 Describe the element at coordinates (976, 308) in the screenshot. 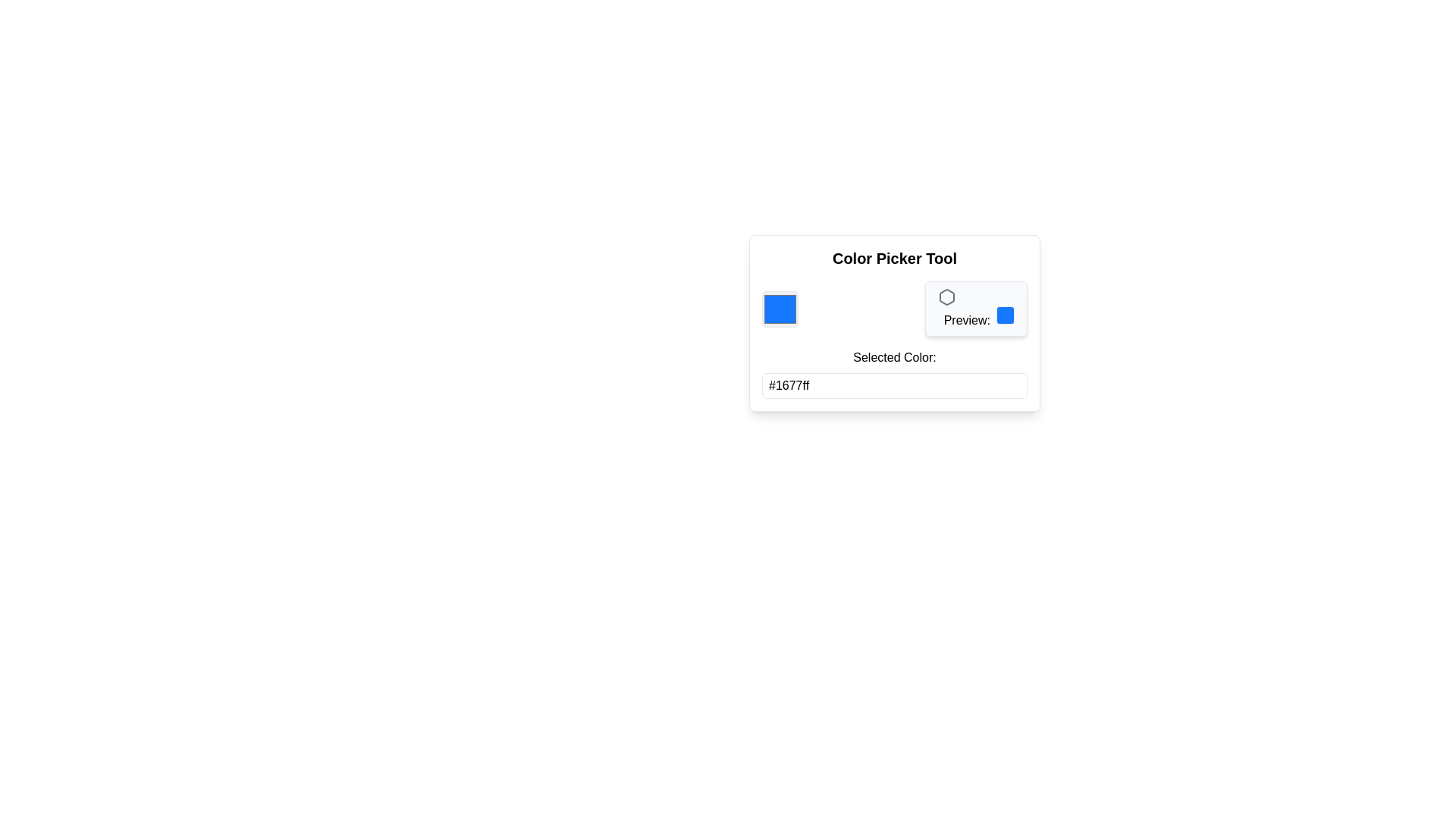

I see `the color preview displayed by the blue square adjacent to the text "Preview:" in the top-right section of the interface` at that location.